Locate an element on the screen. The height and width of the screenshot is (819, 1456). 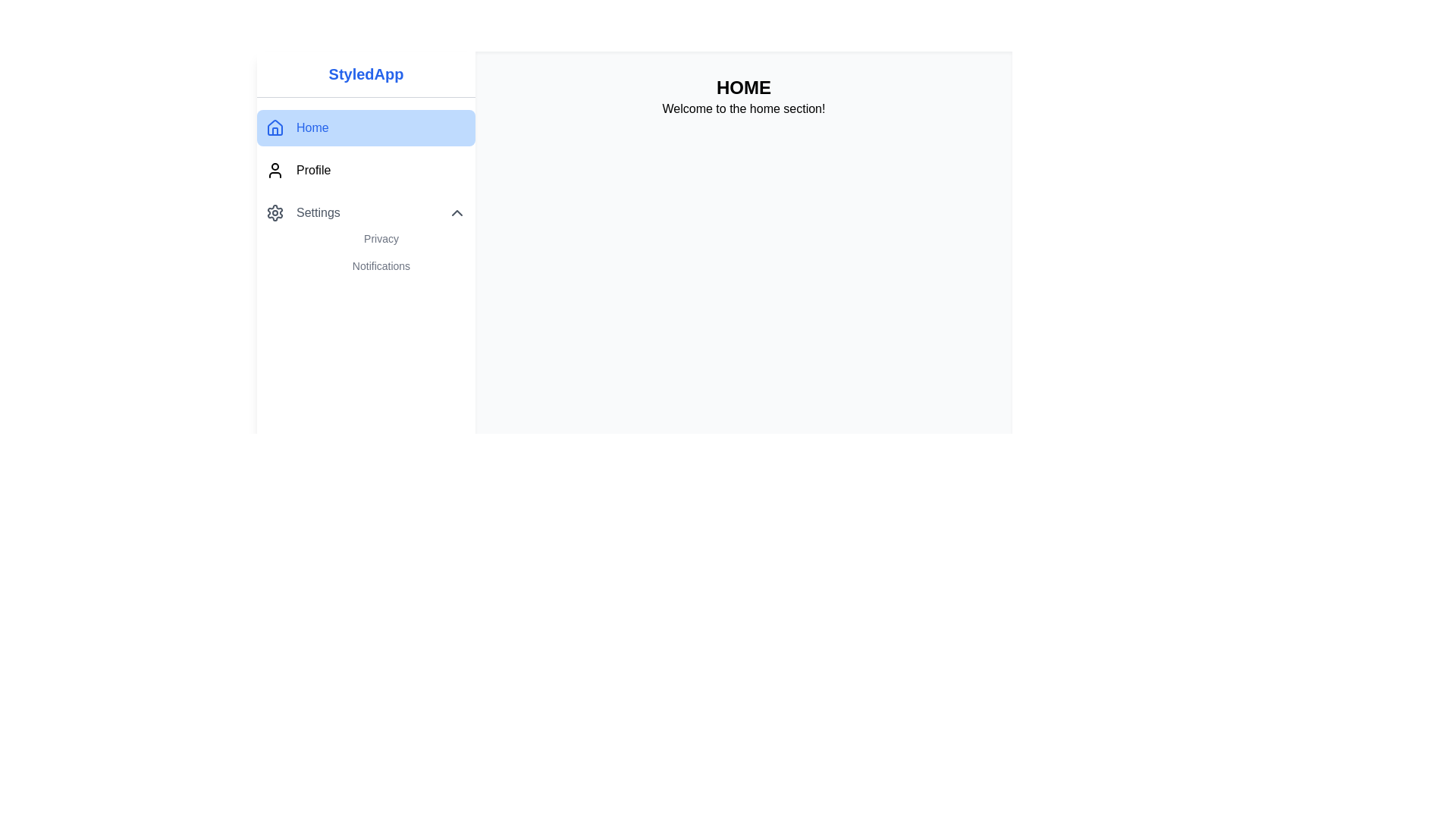
the navigation item located is located at coordinates (303, 213).